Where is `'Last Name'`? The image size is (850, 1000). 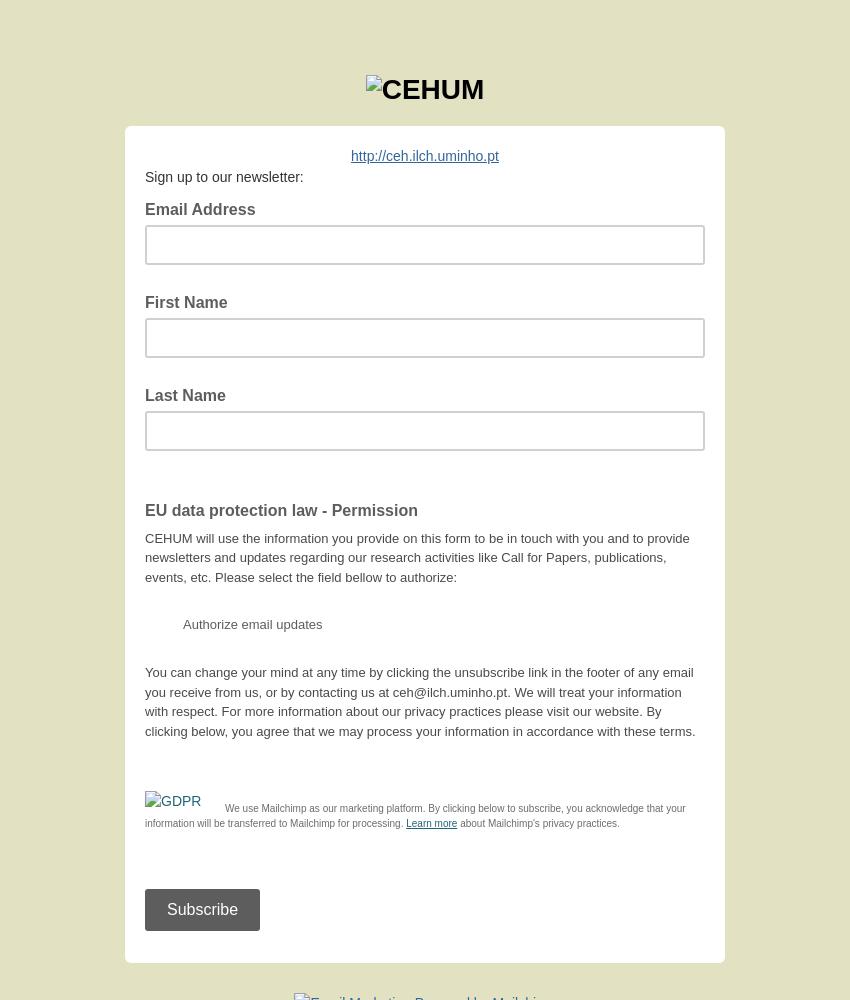 'Last Name' is located at coordinates (145, 394).